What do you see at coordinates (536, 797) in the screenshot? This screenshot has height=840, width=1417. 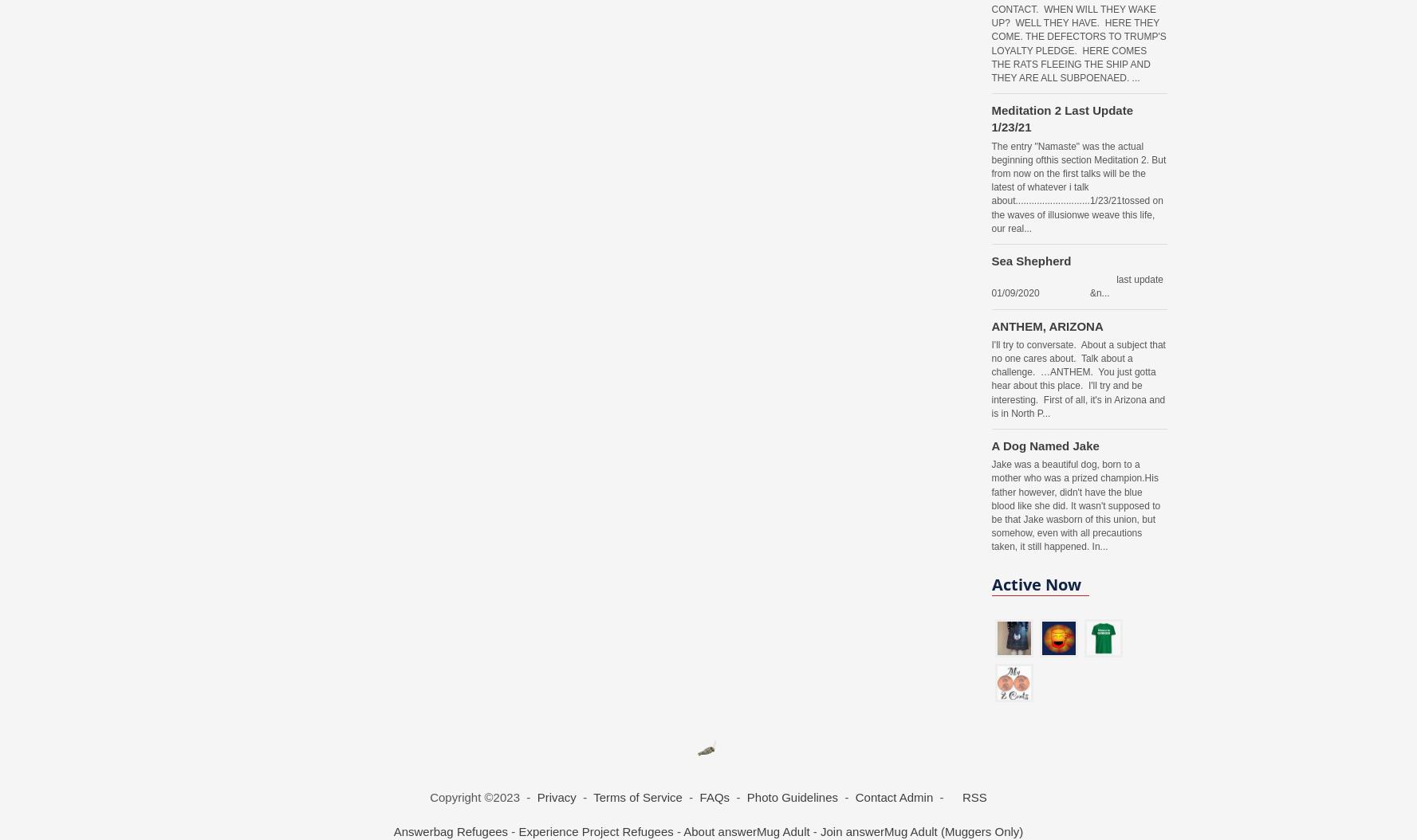 I see `'Privacy'` at bounding box center [536, 797].